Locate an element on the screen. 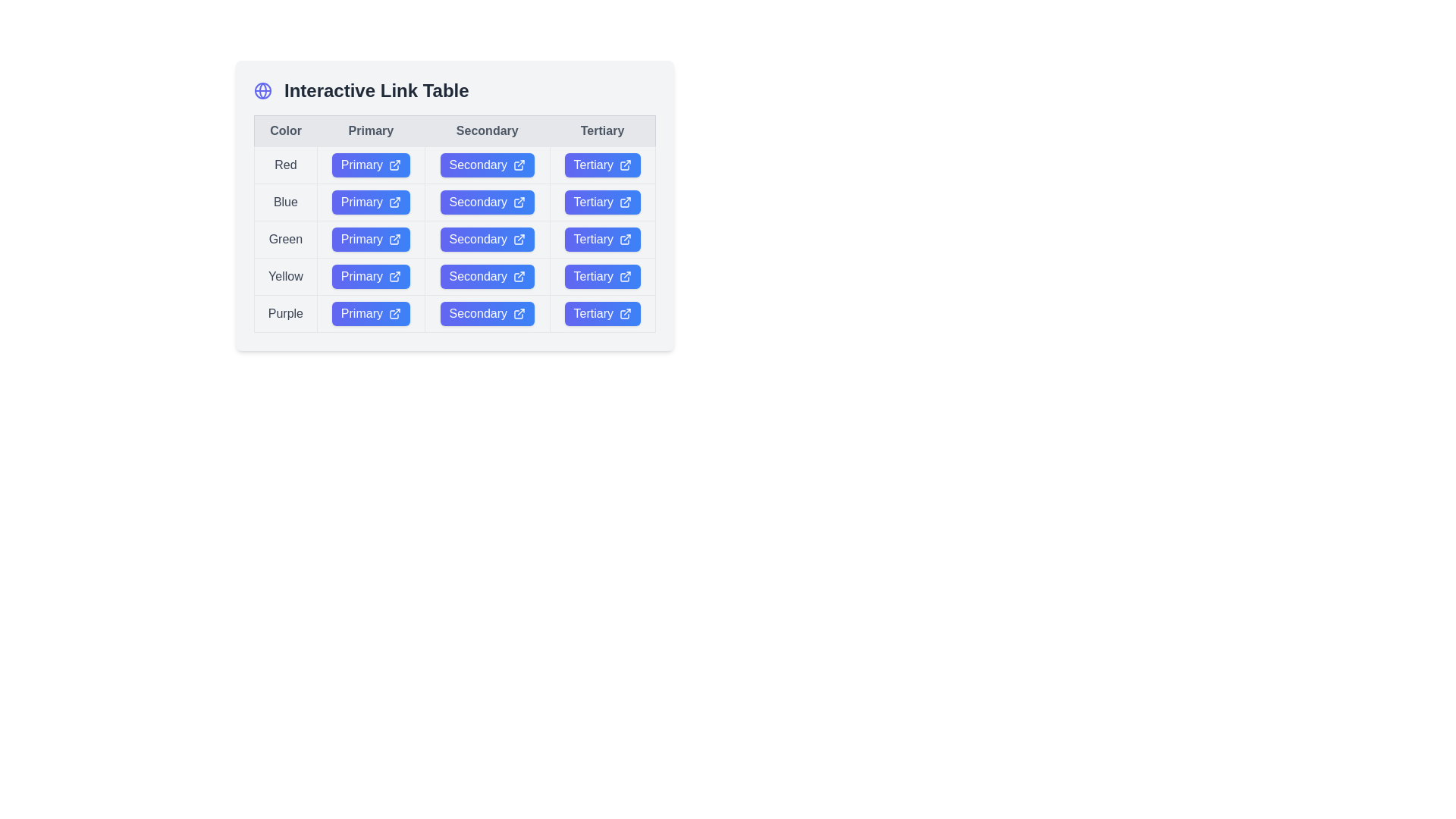 This screenshot has width=1456, height=819. the Table Header for the 'Secondary' column, which is located in the header row between 'Primary' and 'Tertiary' is located at coordinates (454, 130).